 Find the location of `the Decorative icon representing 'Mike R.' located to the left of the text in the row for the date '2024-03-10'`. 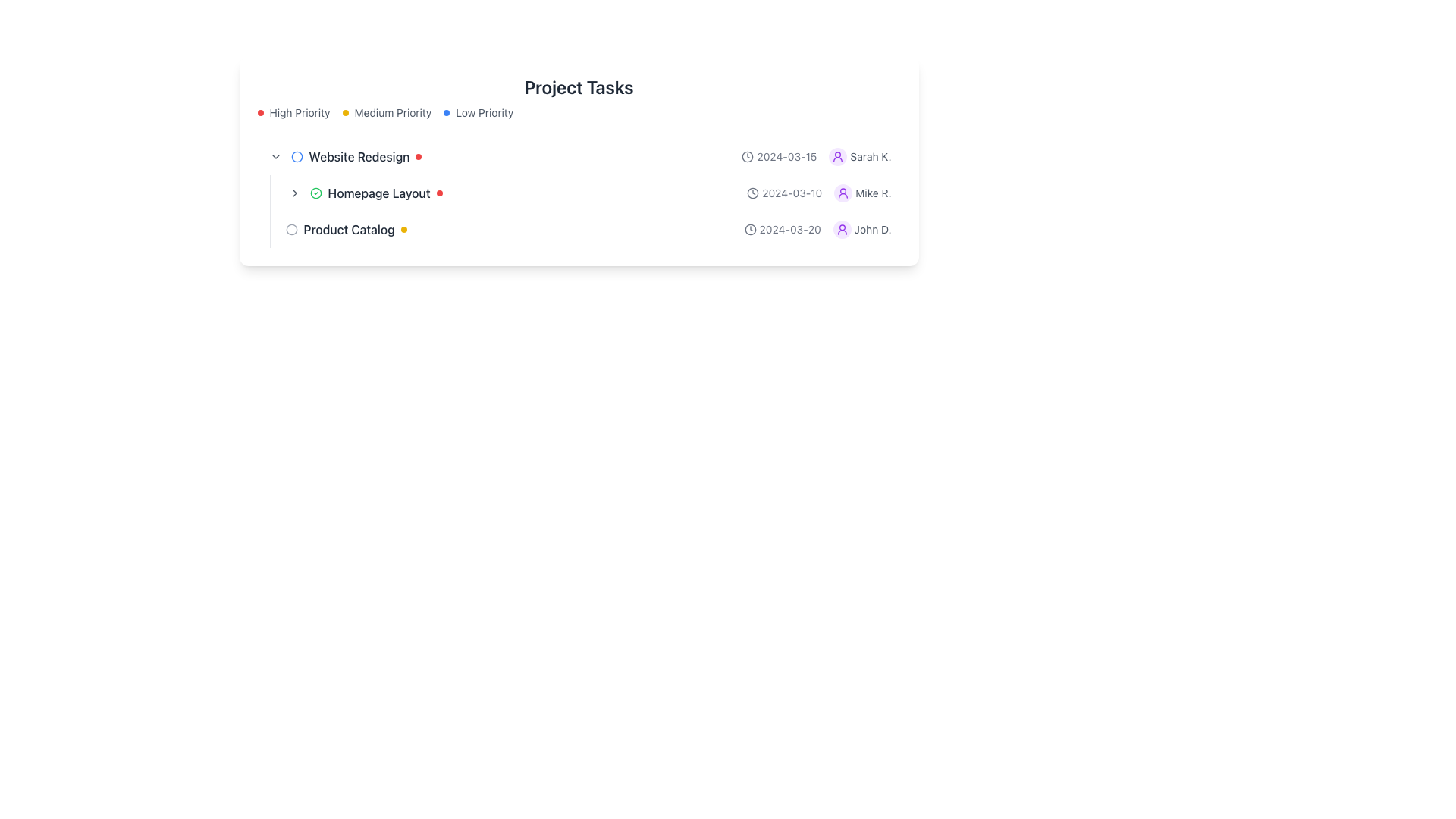

the Decorative icon representing 'Mike R.' located to the left of the text in the row for the date '2024-03-10' is located at coordinates (843, 192).